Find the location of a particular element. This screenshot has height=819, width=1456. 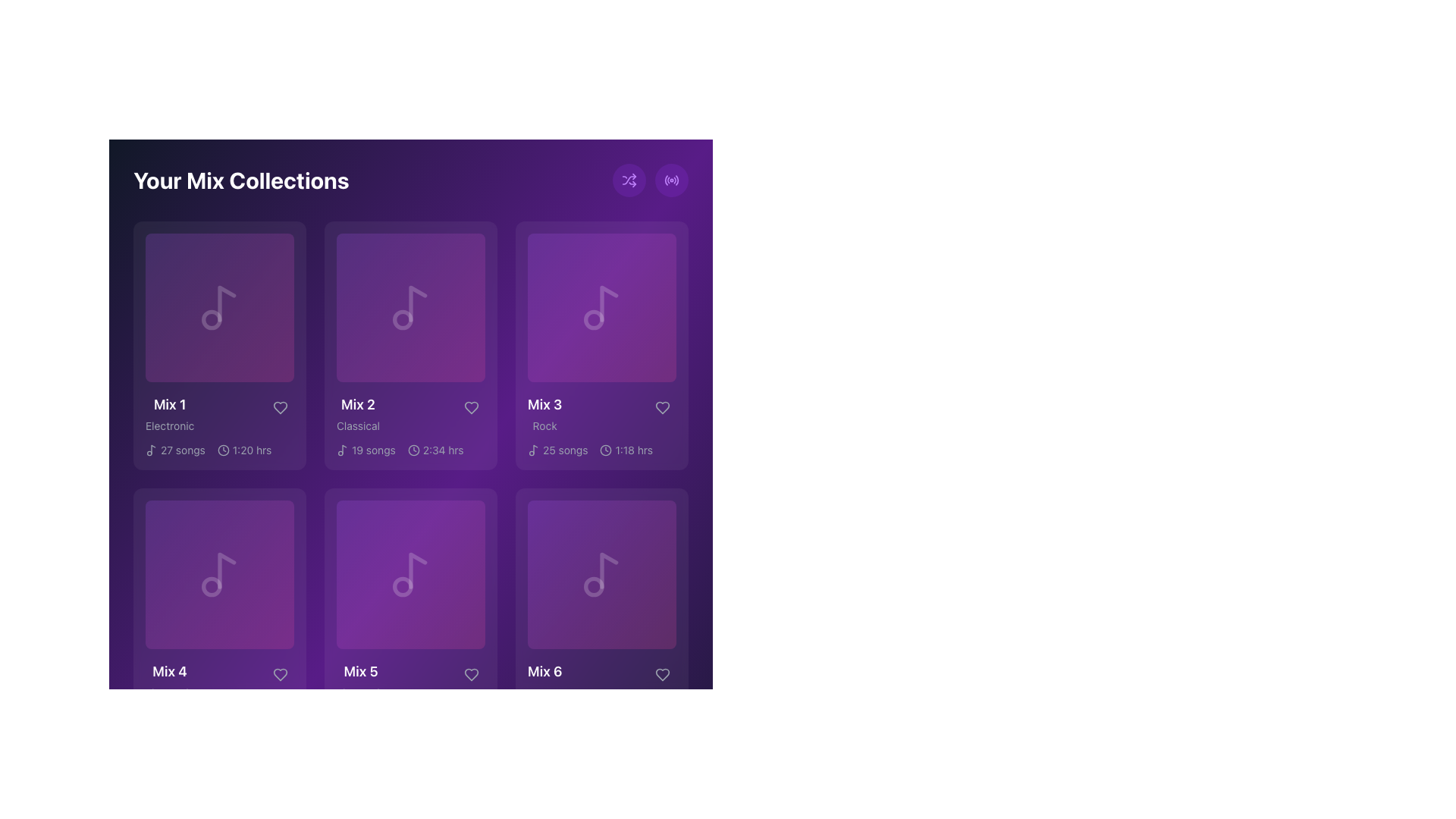

the playback button located at the center of the Mix 2 card to initiate playback is located at coordinates (411, 307).